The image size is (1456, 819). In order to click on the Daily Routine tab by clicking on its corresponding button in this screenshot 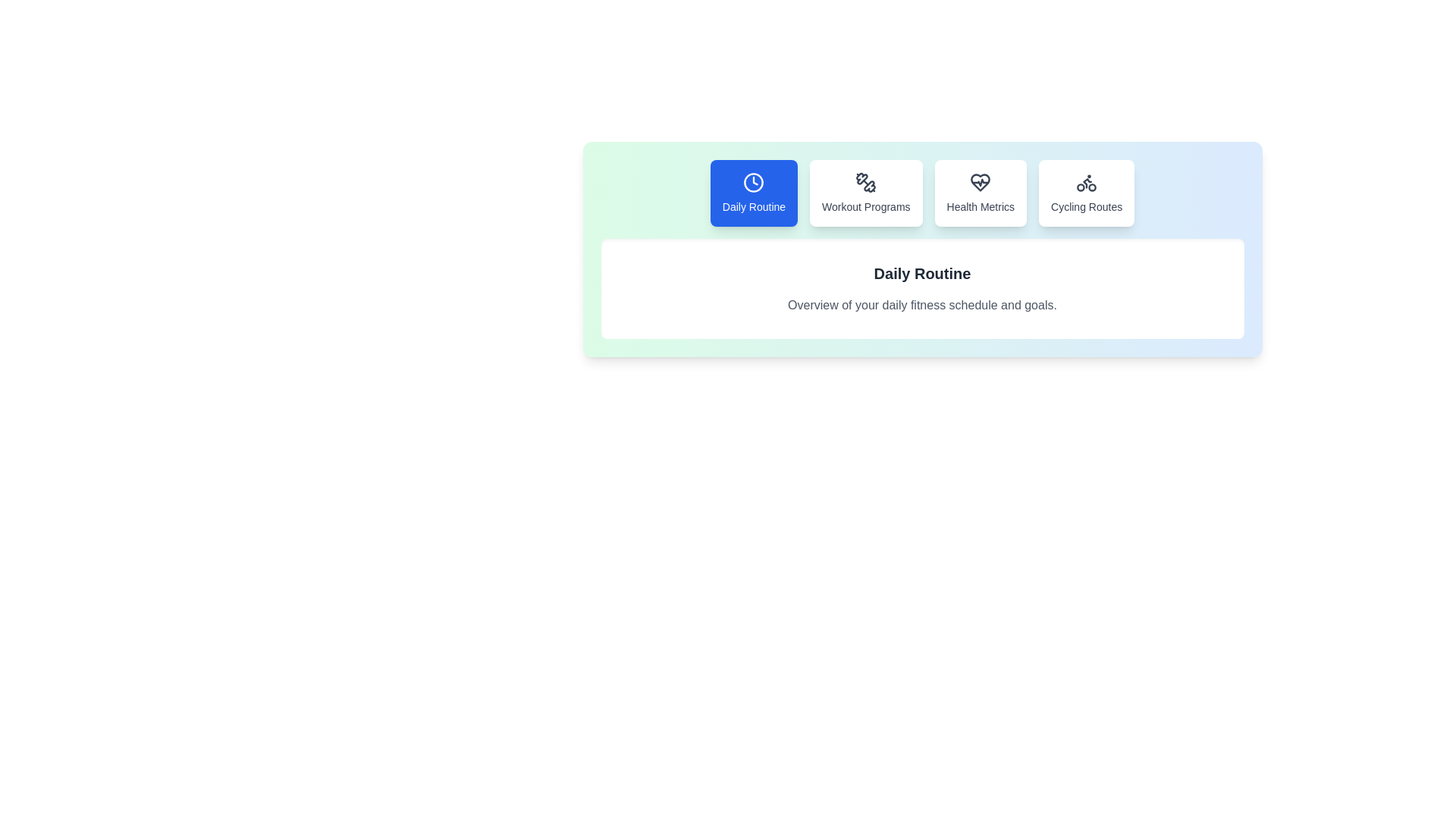, I will do `click(754, 192)`.